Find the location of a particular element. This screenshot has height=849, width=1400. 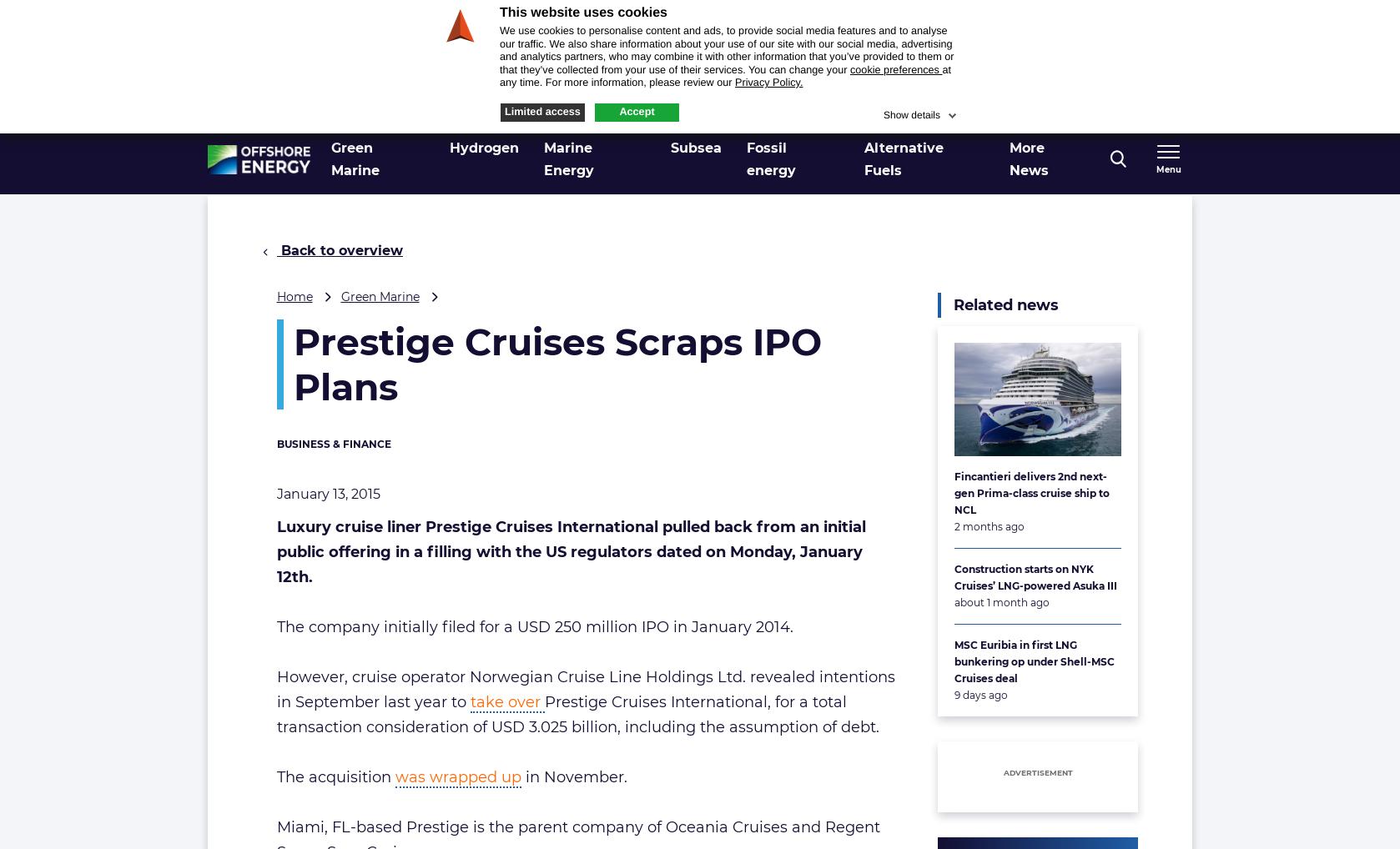

'Luxury cruise liner Prestige Cruises International pulled back from an initial public offering in a filling with the US regulators dated on Monday, January 12th.' is located at coordinates (569, 551).